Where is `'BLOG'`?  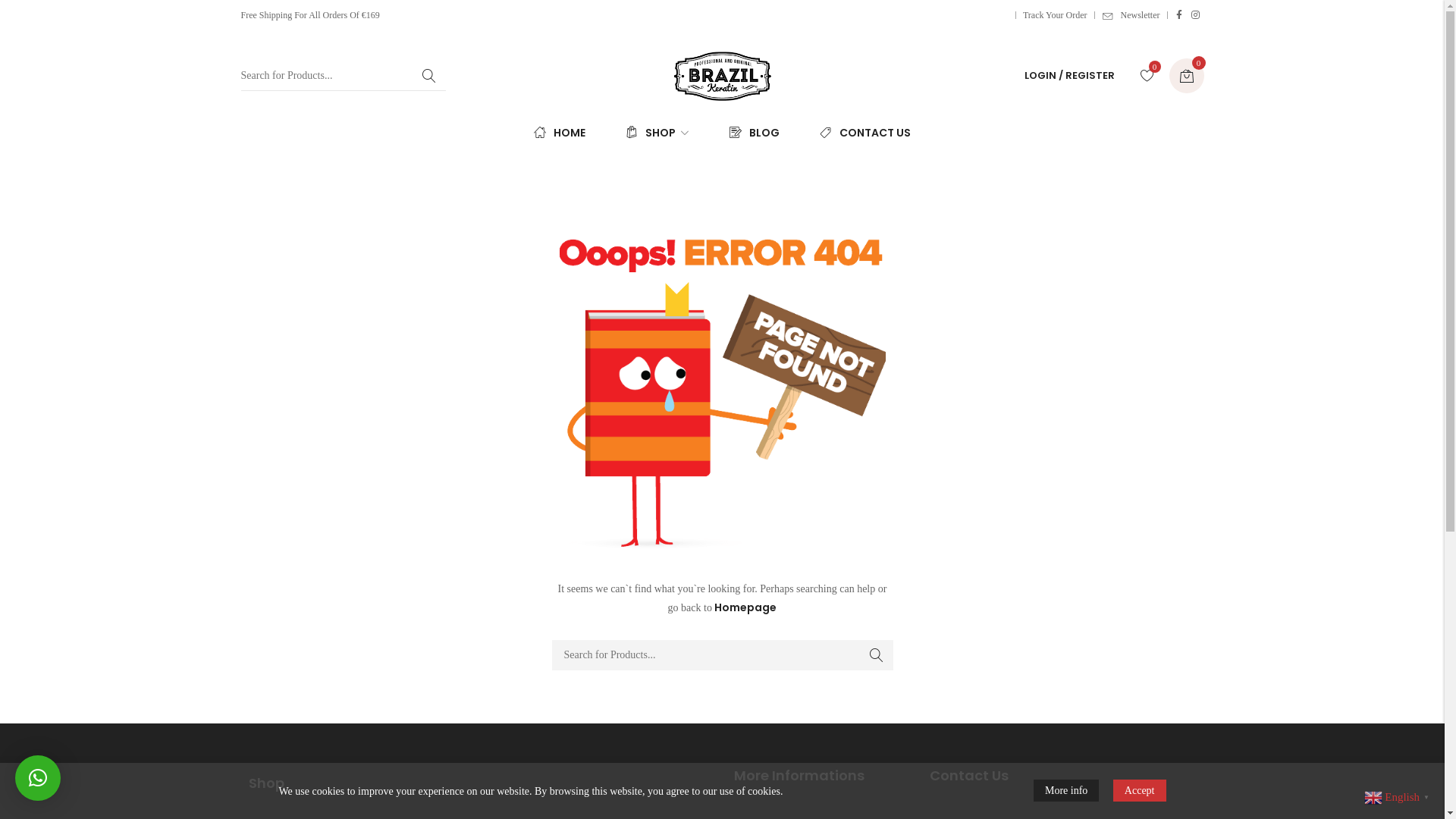
'BLOG' is located at coordinates (754, 131).